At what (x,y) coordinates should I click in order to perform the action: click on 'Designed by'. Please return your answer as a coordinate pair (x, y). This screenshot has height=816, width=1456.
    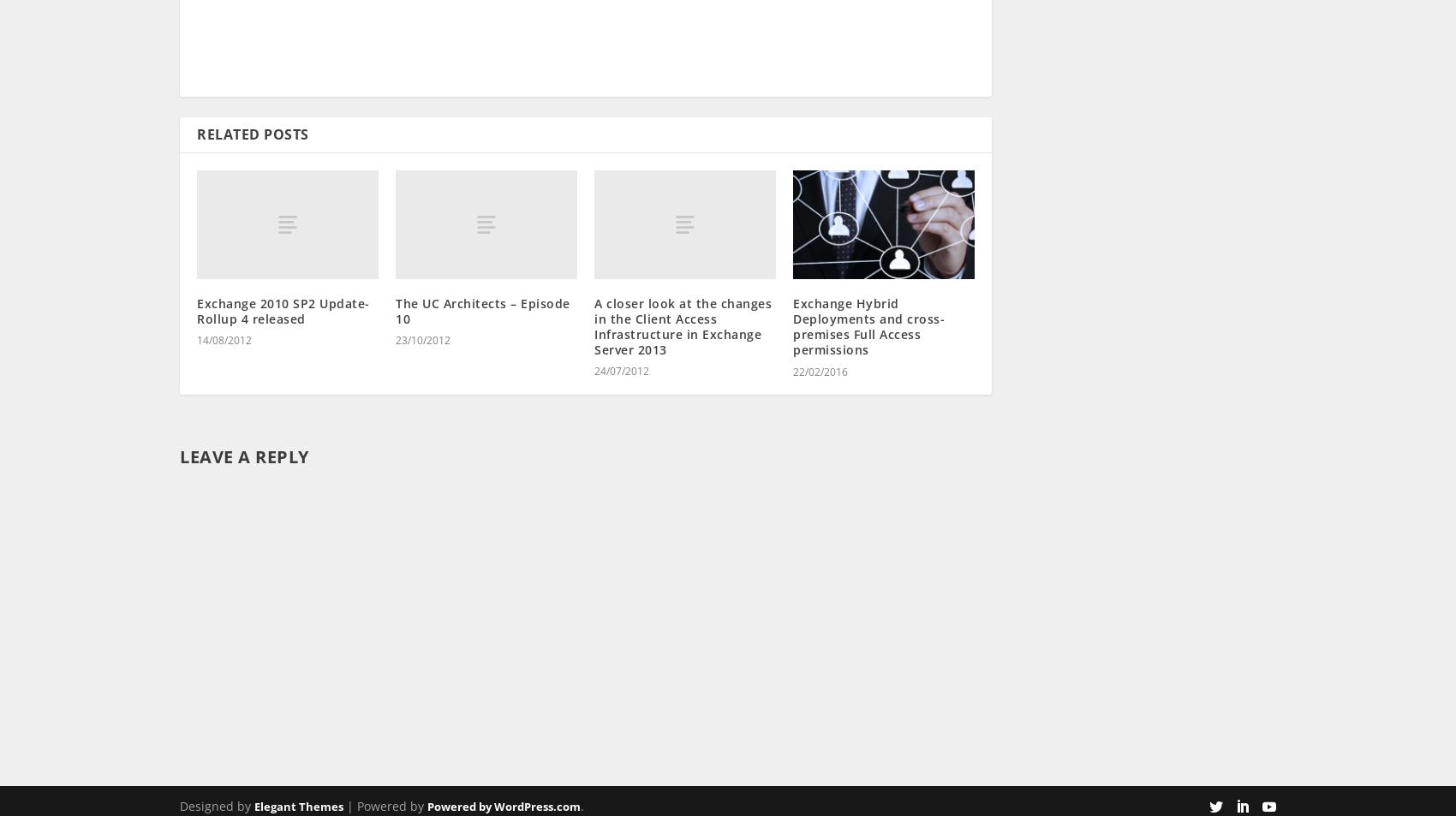
    Looking at the image, I should click on (217, 774).